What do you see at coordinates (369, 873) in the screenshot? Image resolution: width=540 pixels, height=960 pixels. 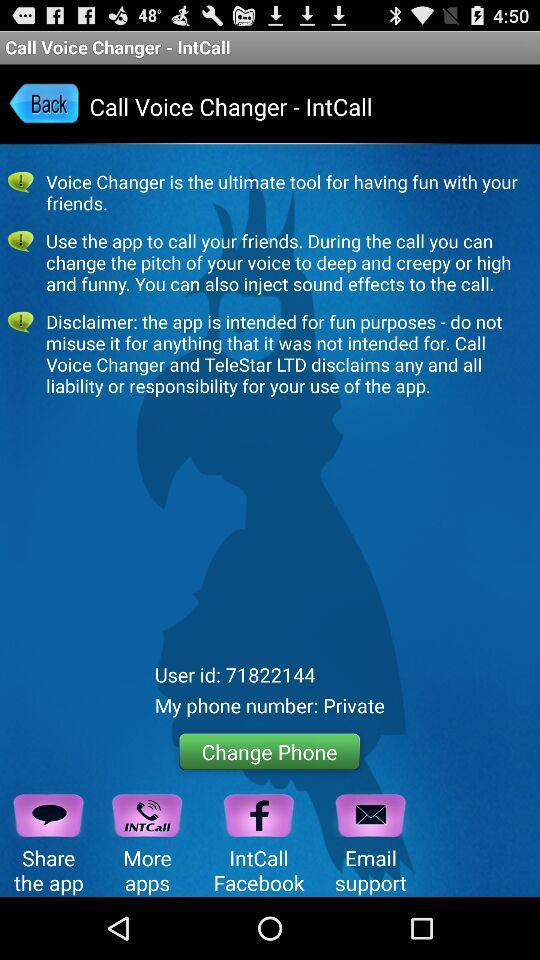 I see `the email icon` at bounding box center [369, 873].